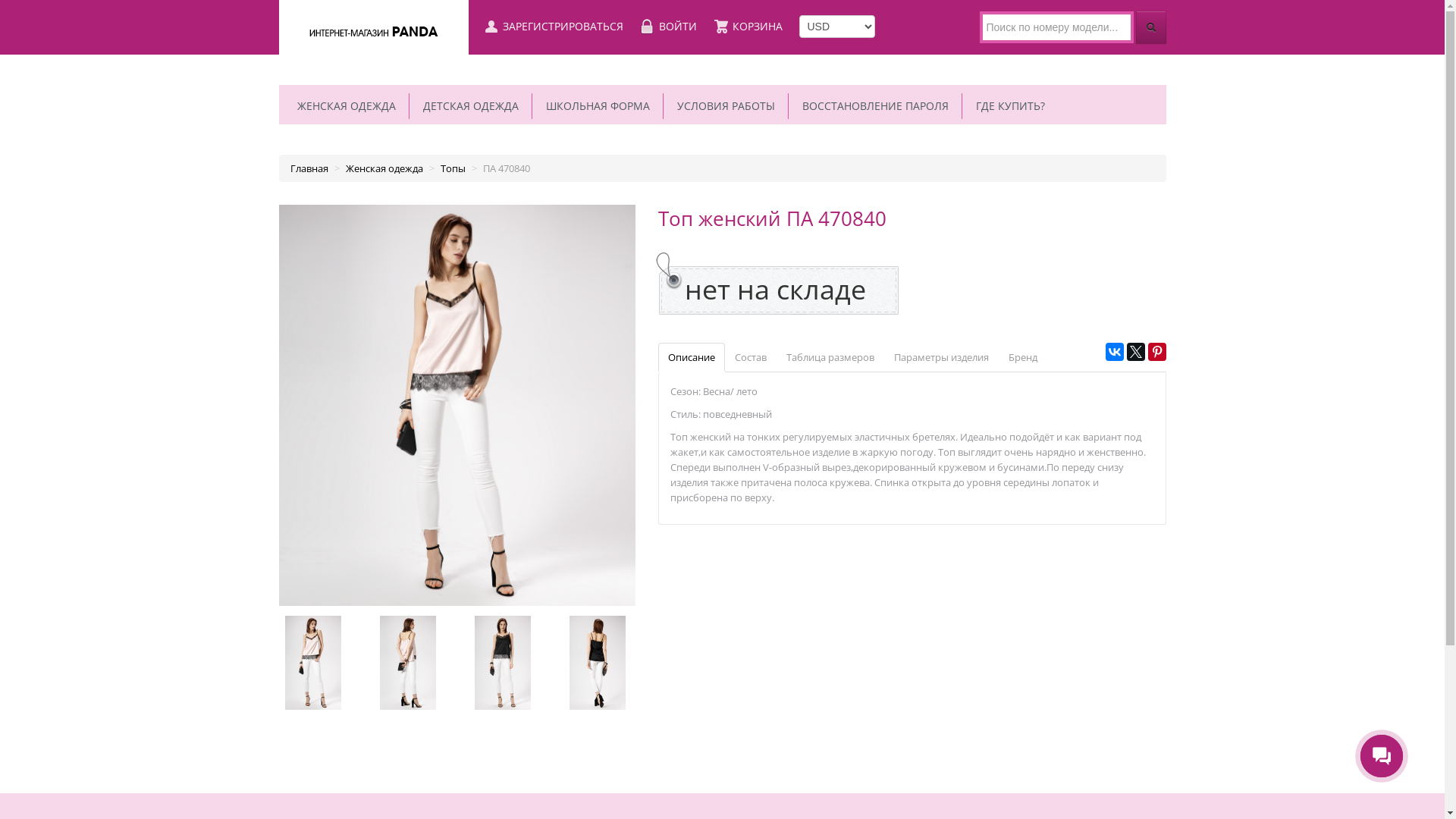  Describe the element at coordinates (1135, 351) in the screenshot. I see `'Twitter'` at that location.